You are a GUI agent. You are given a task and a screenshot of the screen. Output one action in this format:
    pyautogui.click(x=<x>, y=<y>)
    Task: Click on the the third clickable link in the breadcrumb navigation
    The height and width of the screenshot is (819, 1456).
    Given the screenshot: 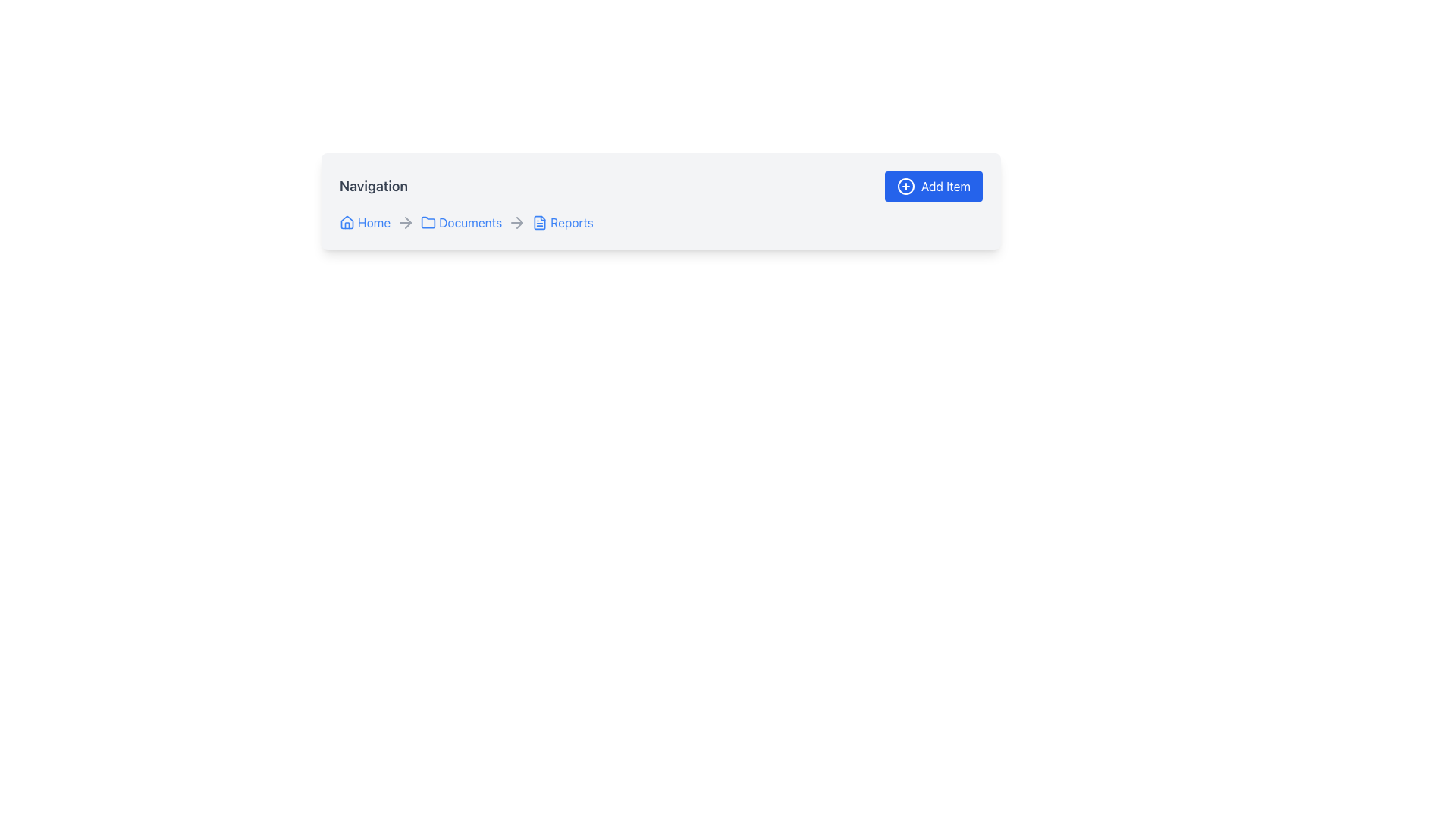 What is the action you would take?
    pyautogui.click(x=562, y=222)
    